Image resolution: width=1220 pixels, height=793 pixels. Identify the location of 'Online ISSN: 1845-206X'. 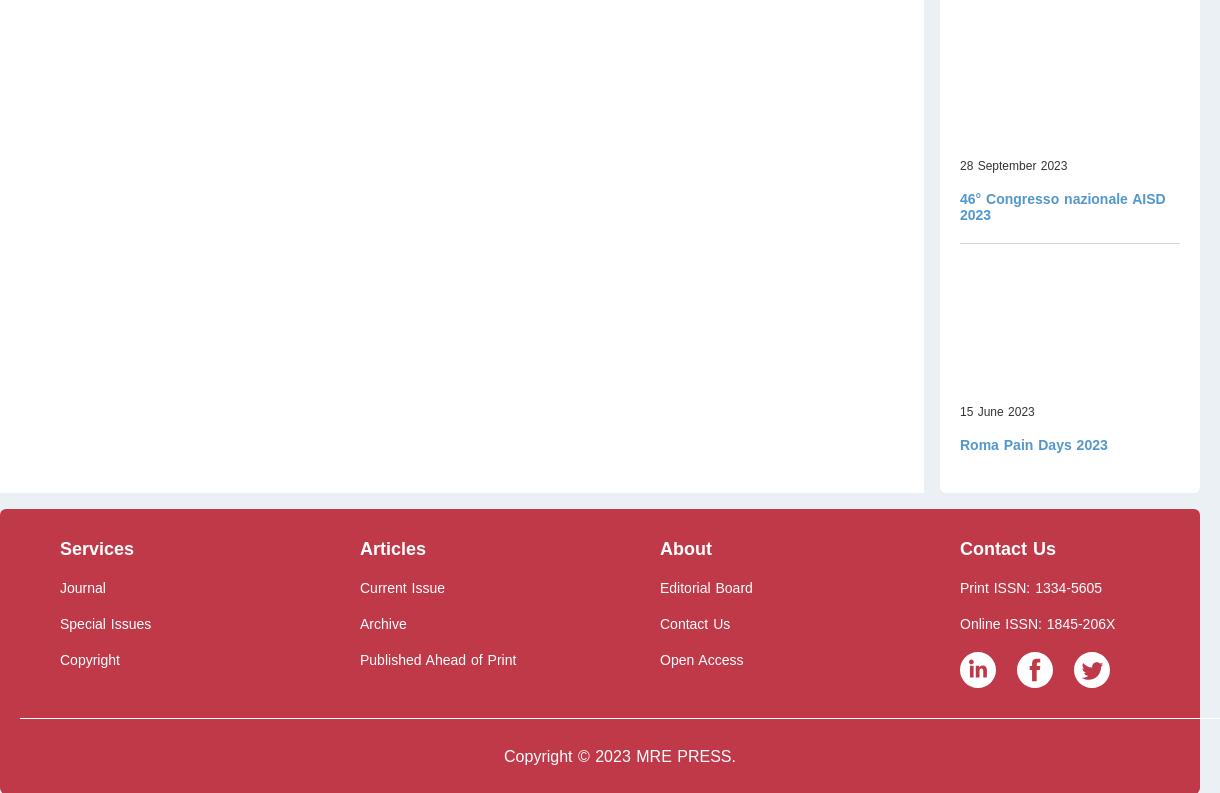
(1037, 623).